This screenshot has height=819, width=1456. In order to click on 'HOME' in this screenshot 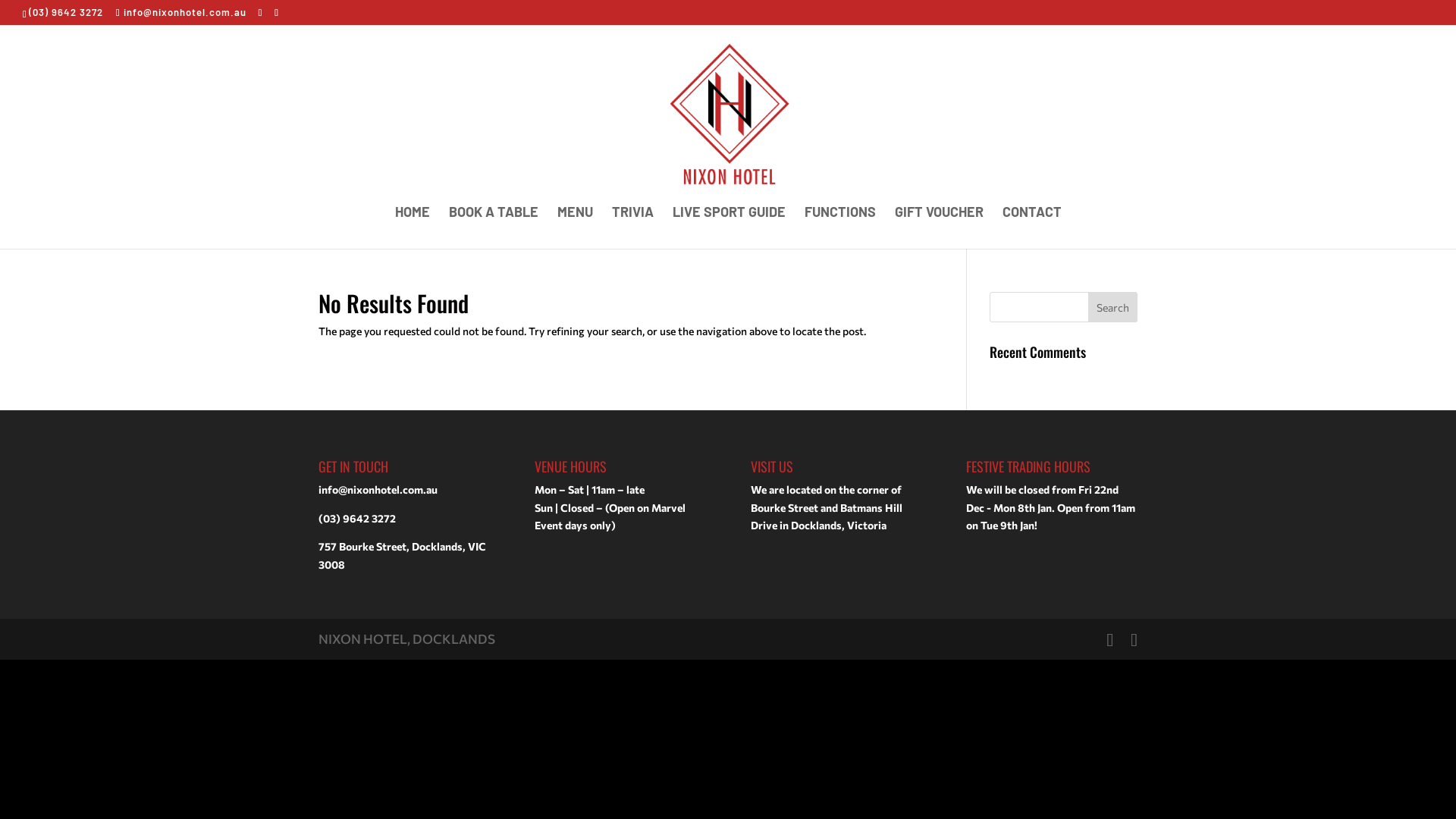, I will do `click(411, 227)`.